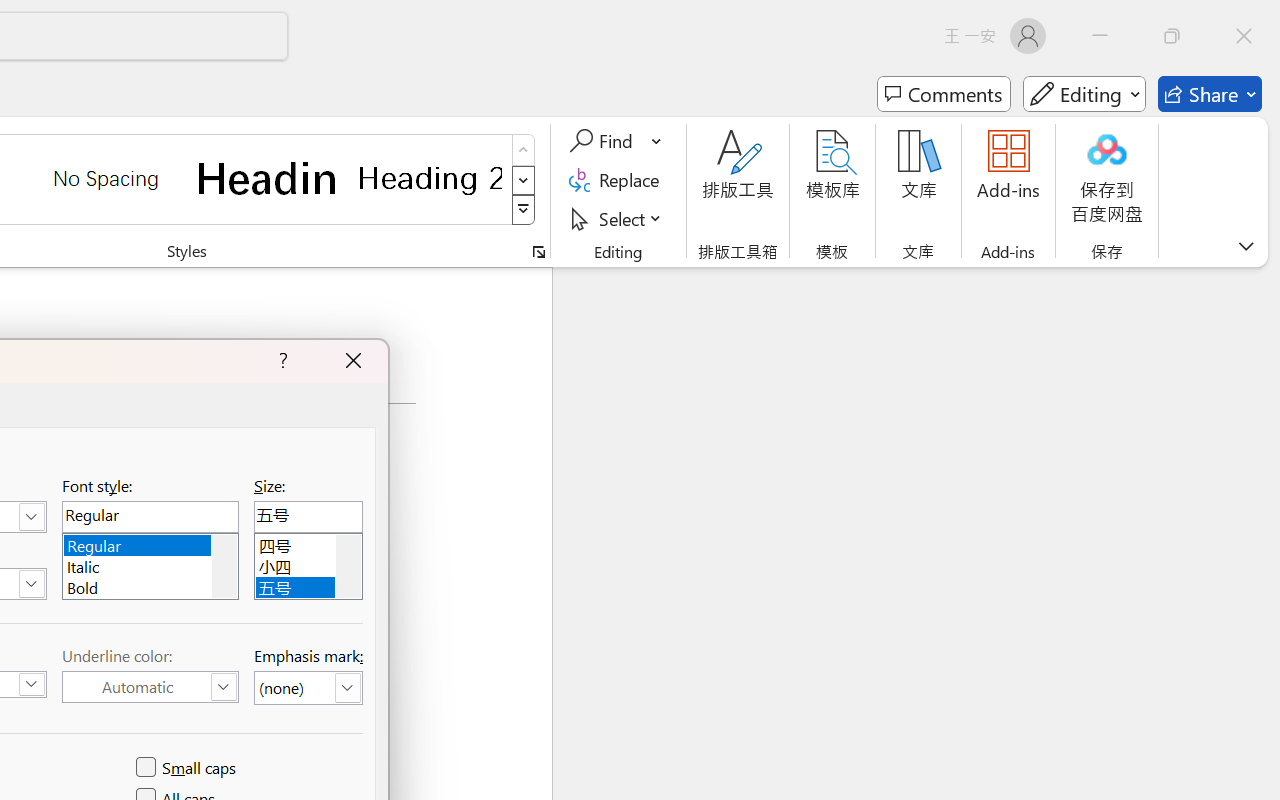 This screenshot has width=1280, height=800. I want to click on 'Select', so click(617, 218).